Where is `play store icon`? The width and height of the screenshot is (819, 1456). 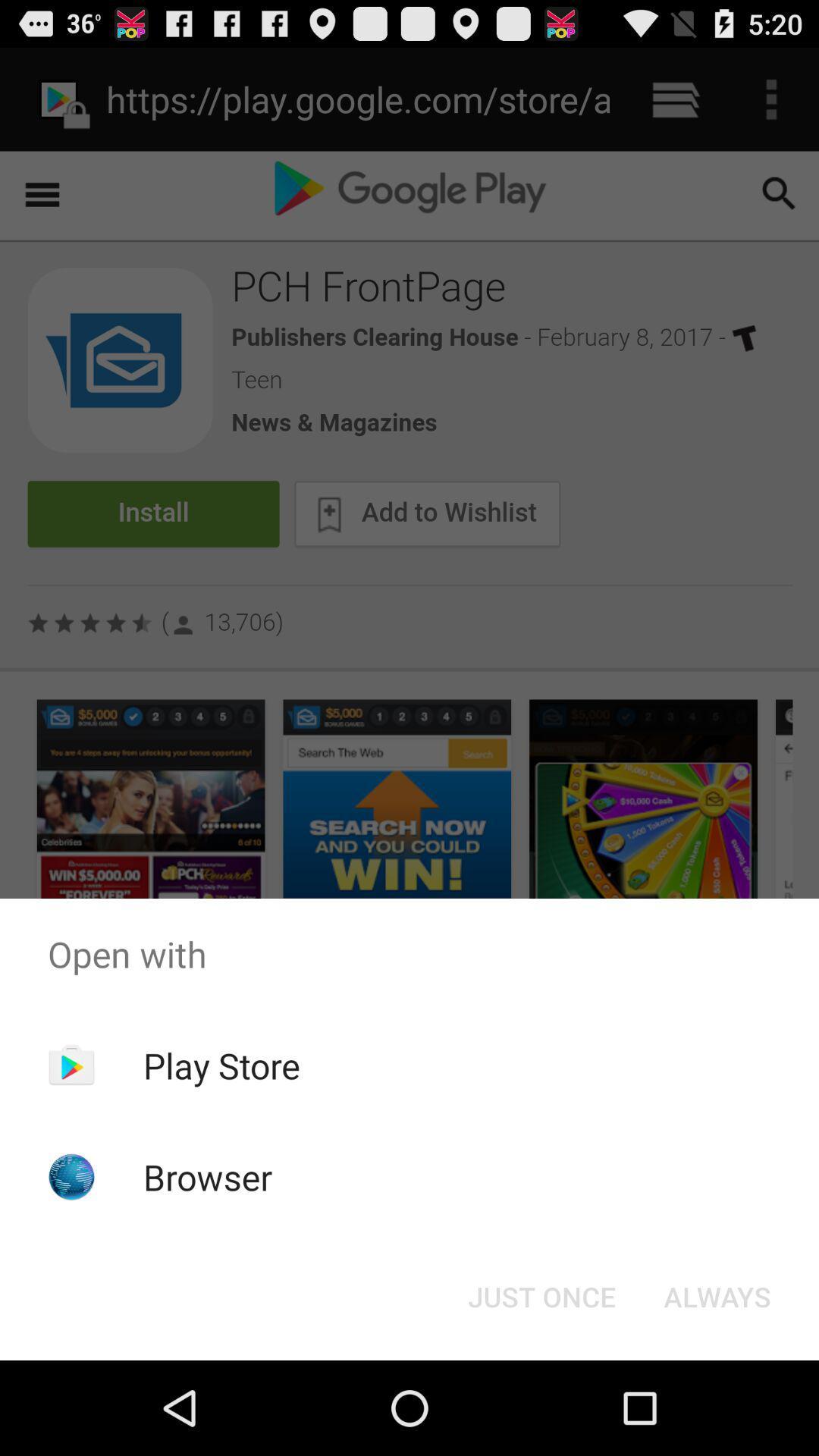
play store icon is located at coordinates (221, 1065).